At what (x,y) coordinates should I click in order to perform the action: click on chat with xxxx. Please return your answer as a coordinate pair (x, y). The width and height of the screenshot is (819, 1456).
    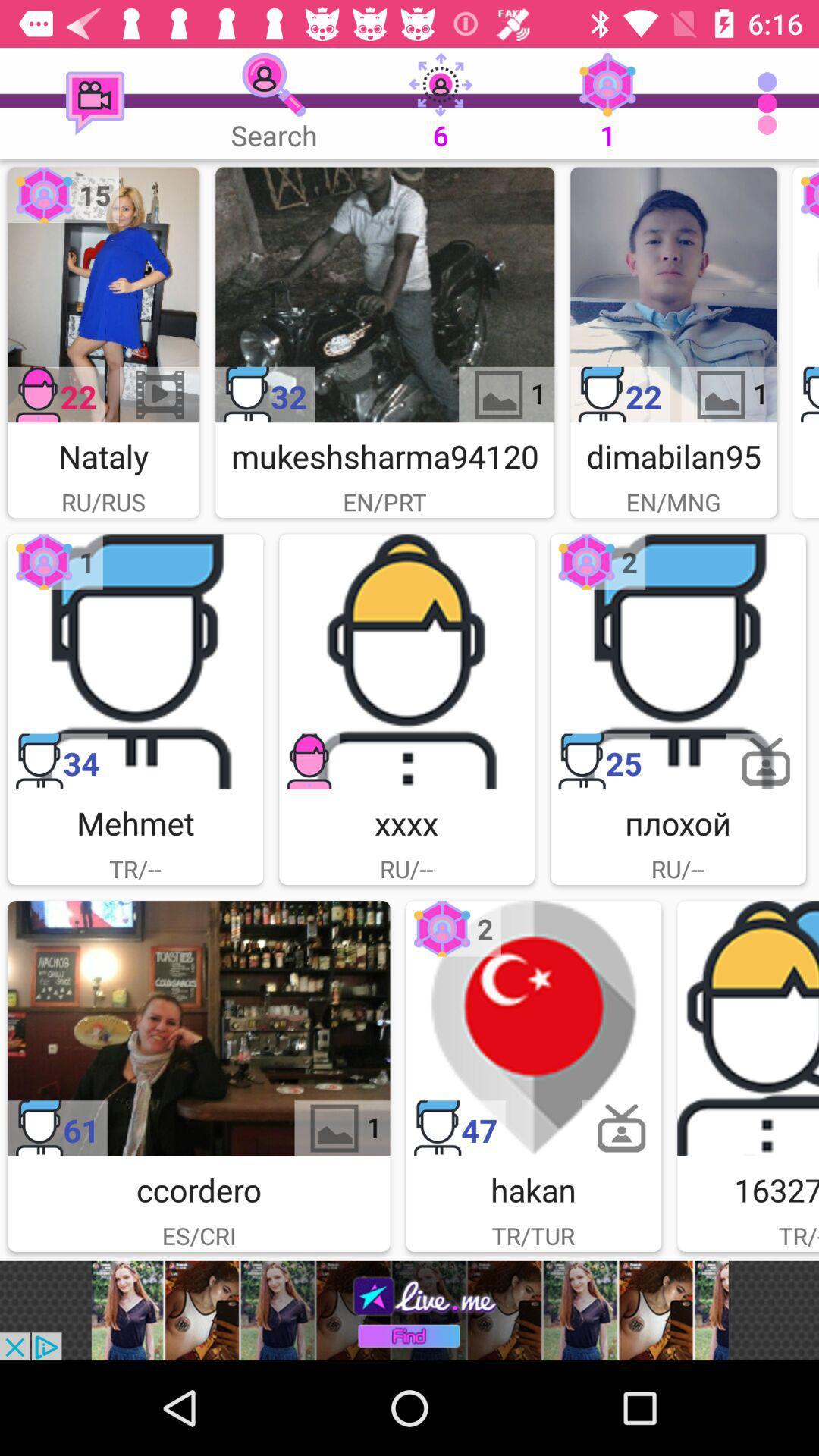
    Looking at the image, I should click on (406, 661).